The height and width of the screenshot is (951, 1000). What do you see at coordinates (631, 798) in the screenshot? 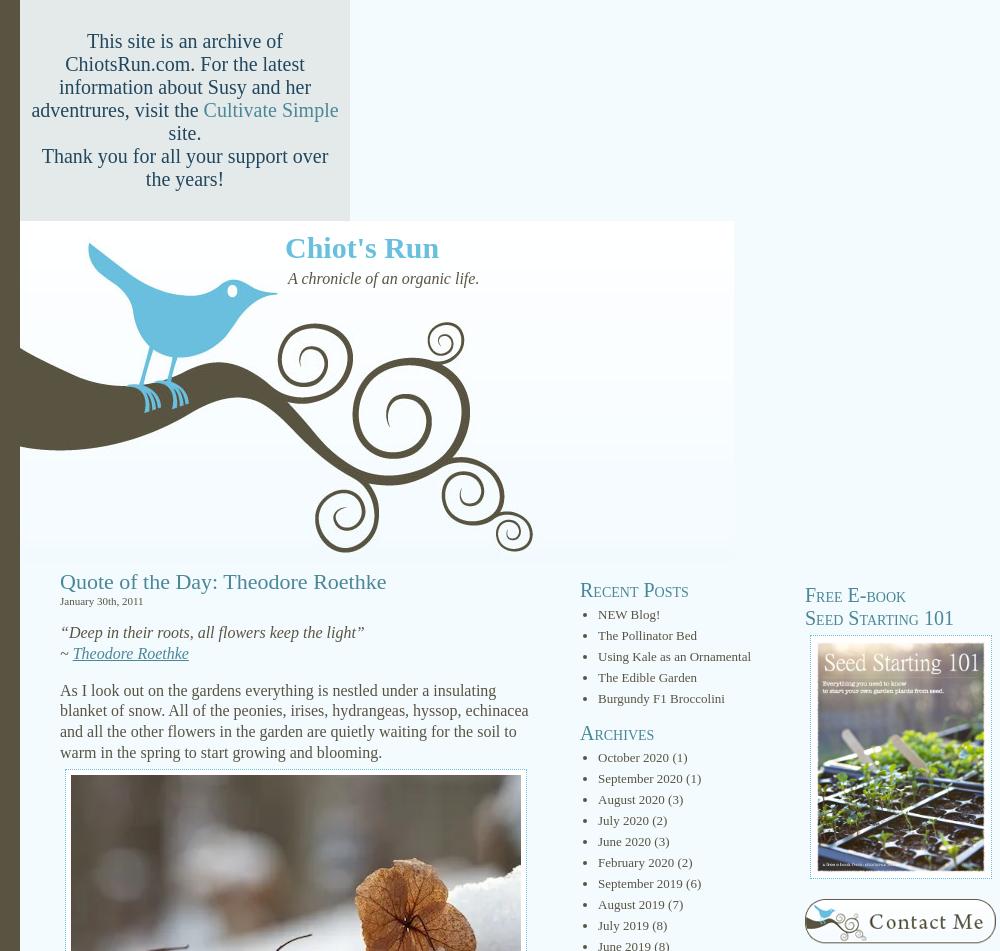
I see `'August 2020'` at bounding box center [631, 798].